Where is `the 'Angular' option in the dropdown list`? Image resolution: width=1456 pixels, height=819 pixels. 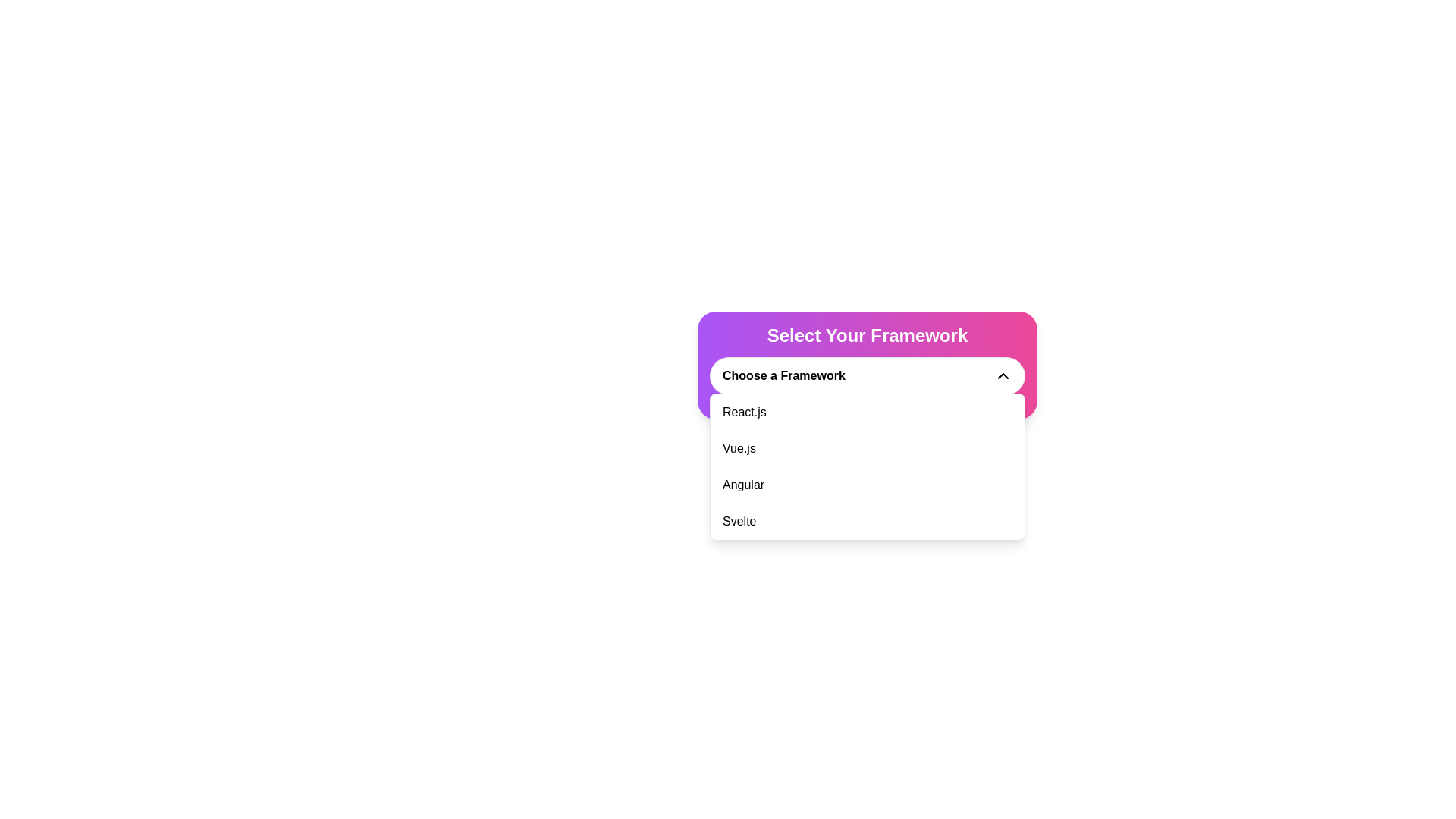
the 'Angular' option in the dropdown list is located at coordinates (867, 485).